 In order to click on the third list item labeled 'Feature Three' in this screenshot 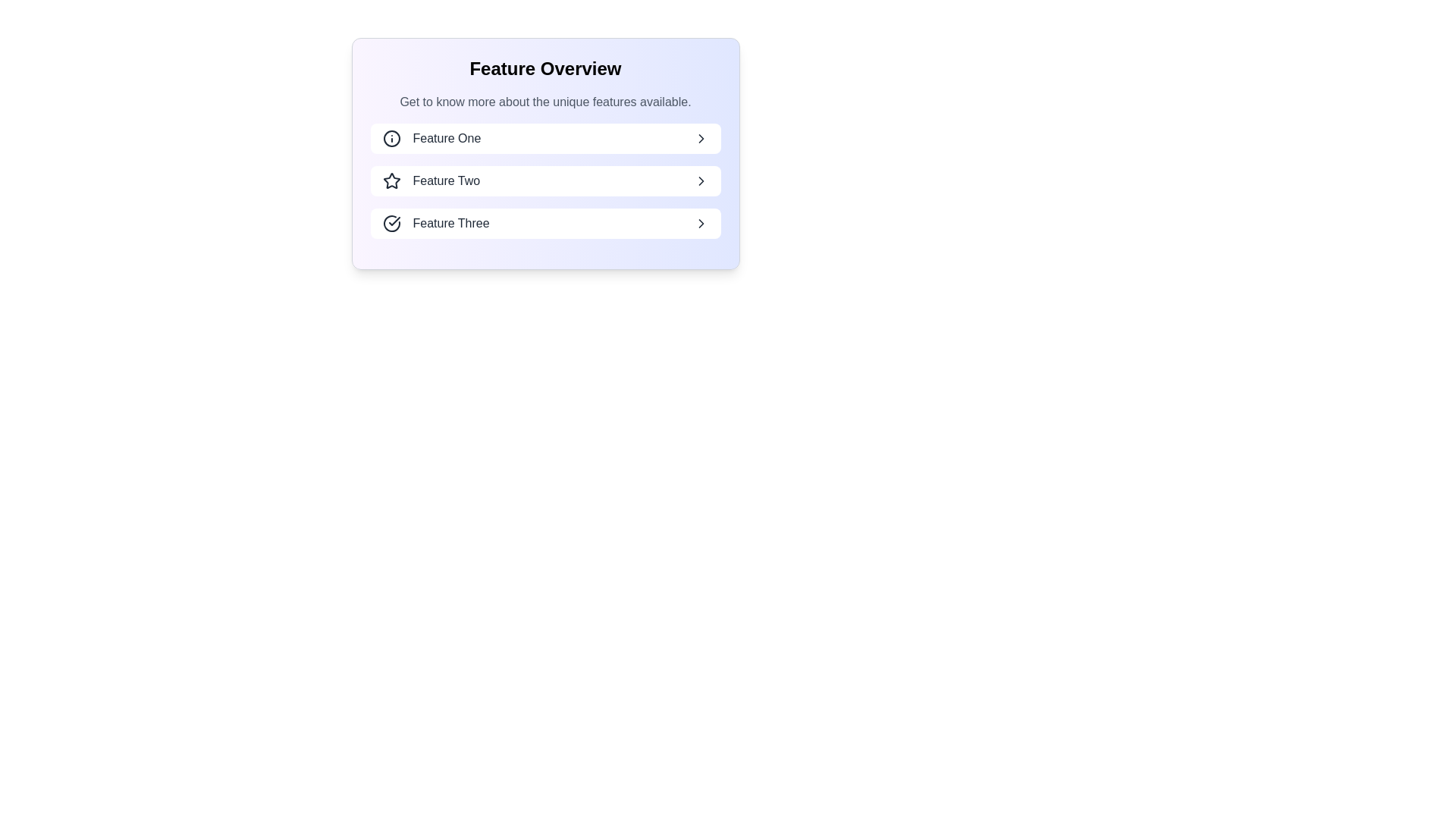, I will do `click(545, 223)`.